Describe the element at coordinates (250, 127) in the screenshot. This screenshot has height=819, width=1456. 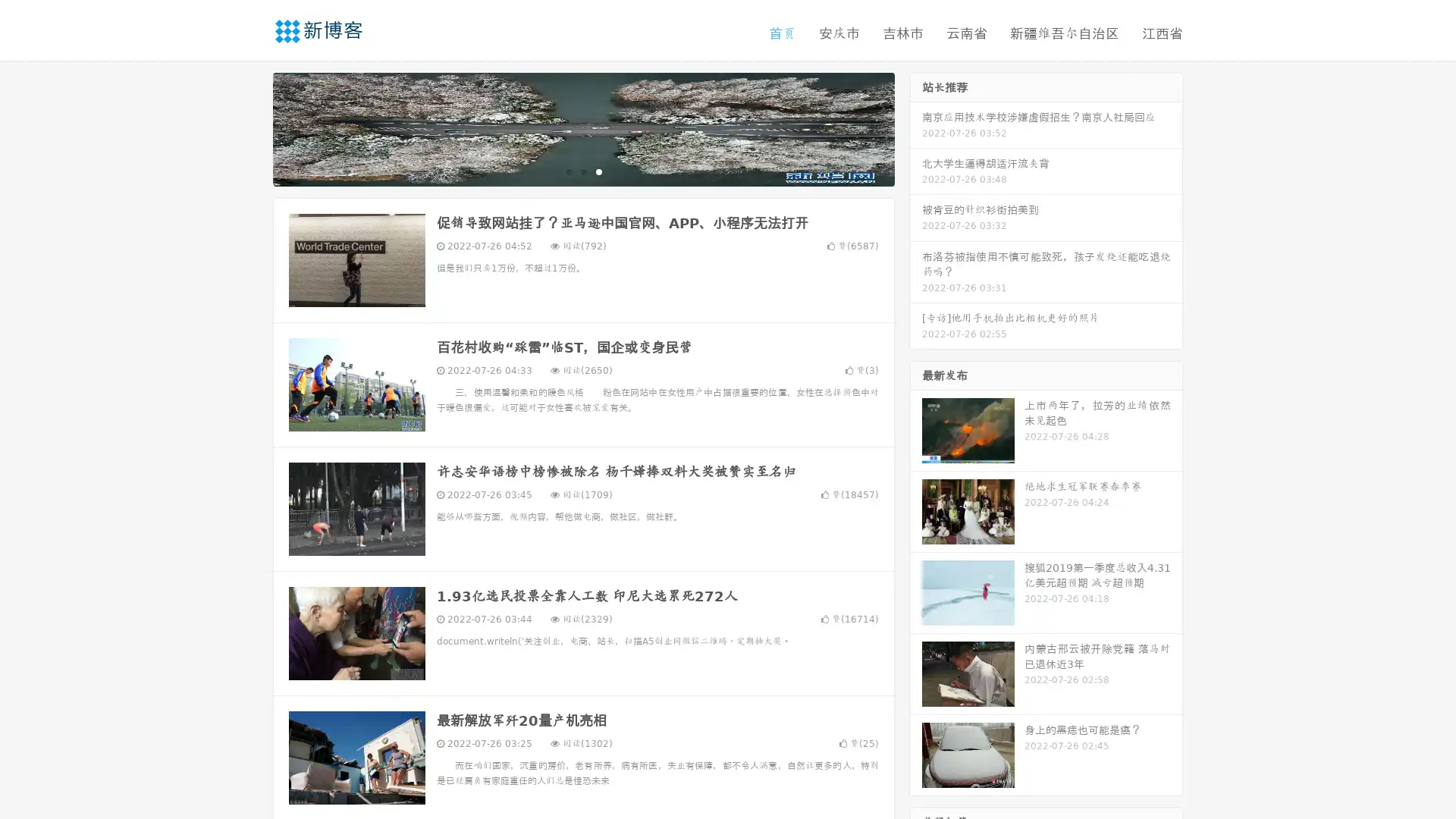
I see `Previous slide` at that location.